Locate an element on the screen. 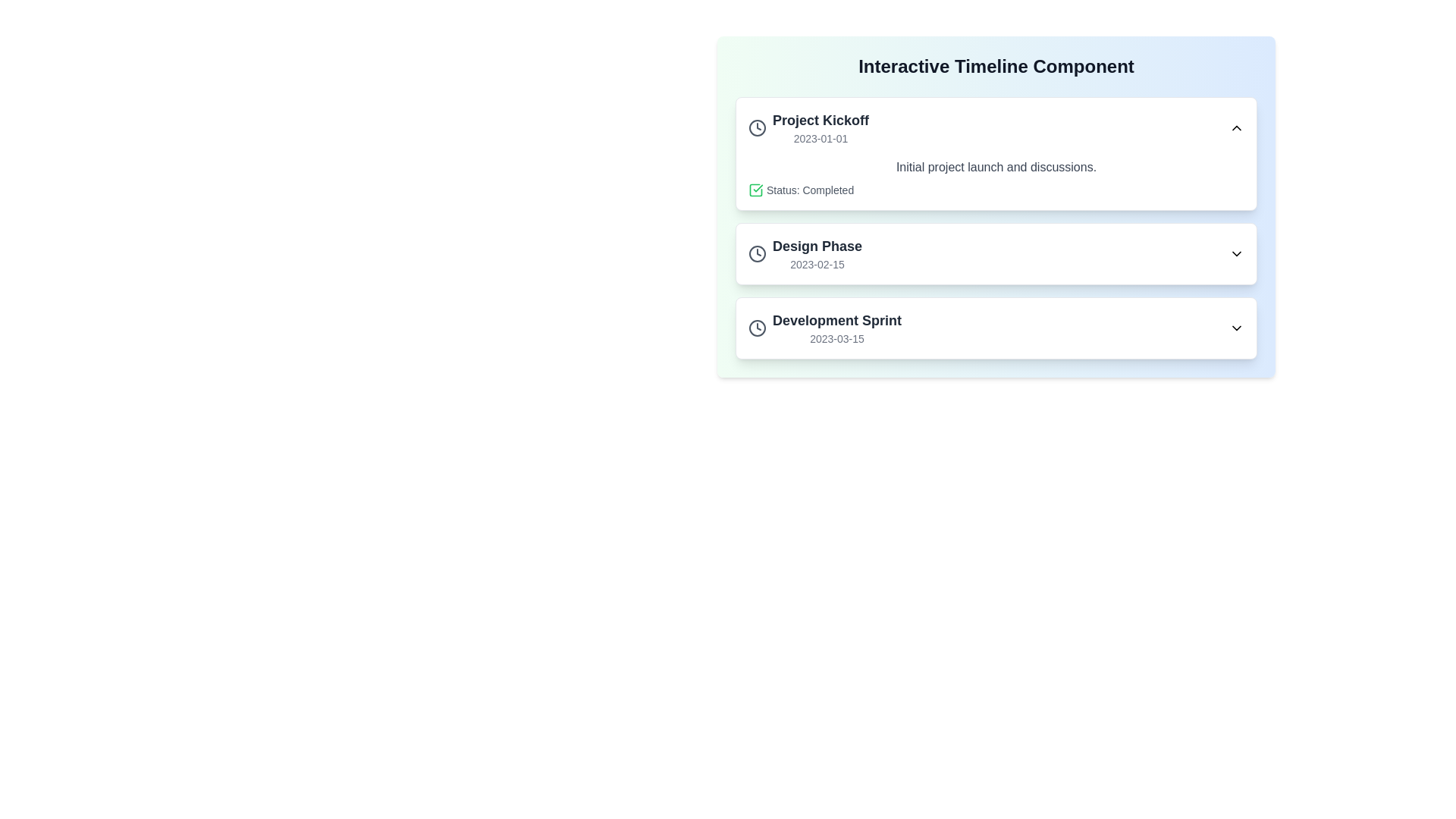 This screenshot has width=1456, height=819. the static text element reading 'Initial project launch and discussions.' which is positioned under the 'Project Kickoff' section in the timeline view is located at coordinates (996, 167).